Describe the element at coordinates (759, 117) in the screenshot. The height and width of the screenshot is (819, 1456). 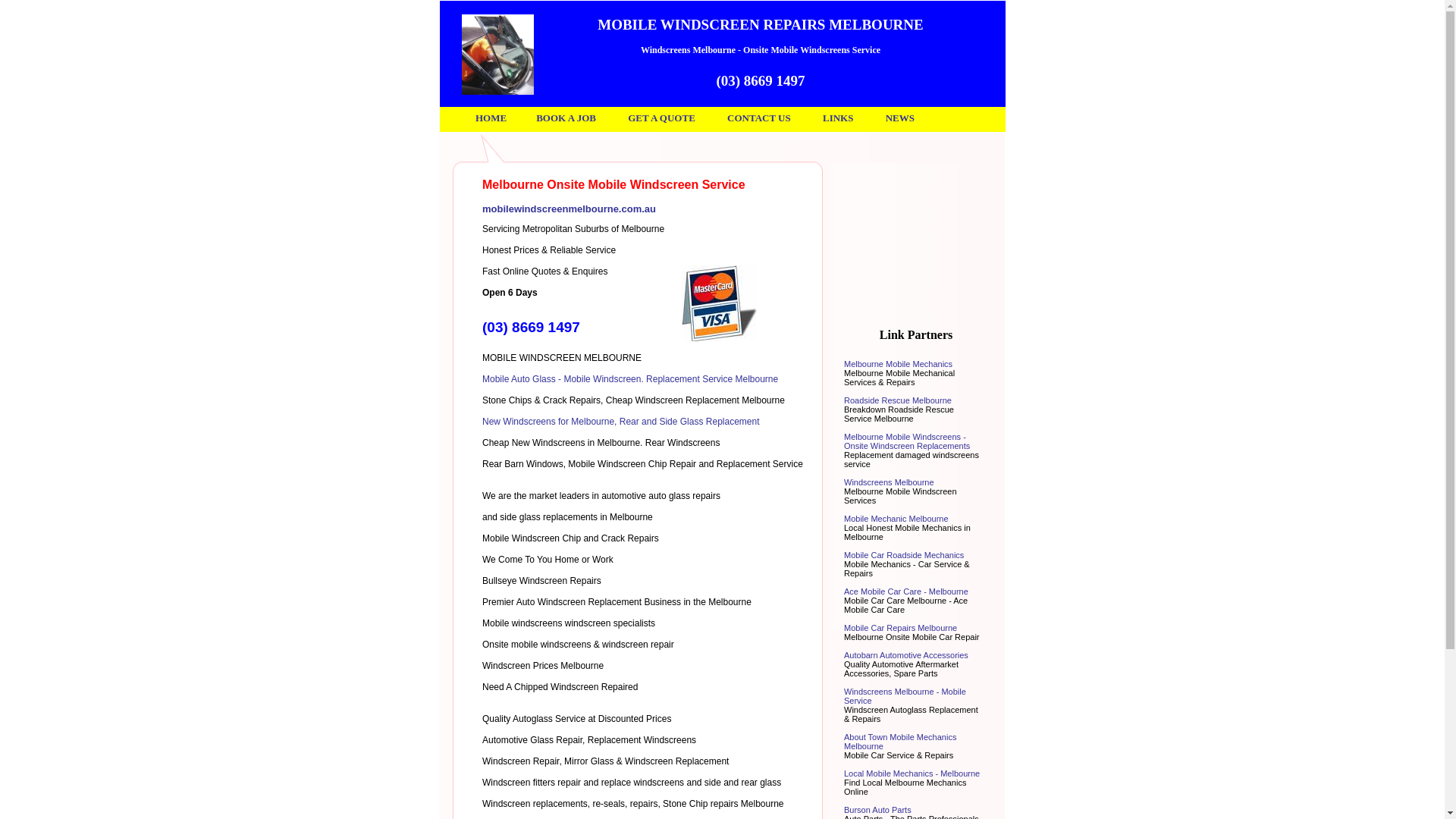
I see `'CONTACT US'` at that location.